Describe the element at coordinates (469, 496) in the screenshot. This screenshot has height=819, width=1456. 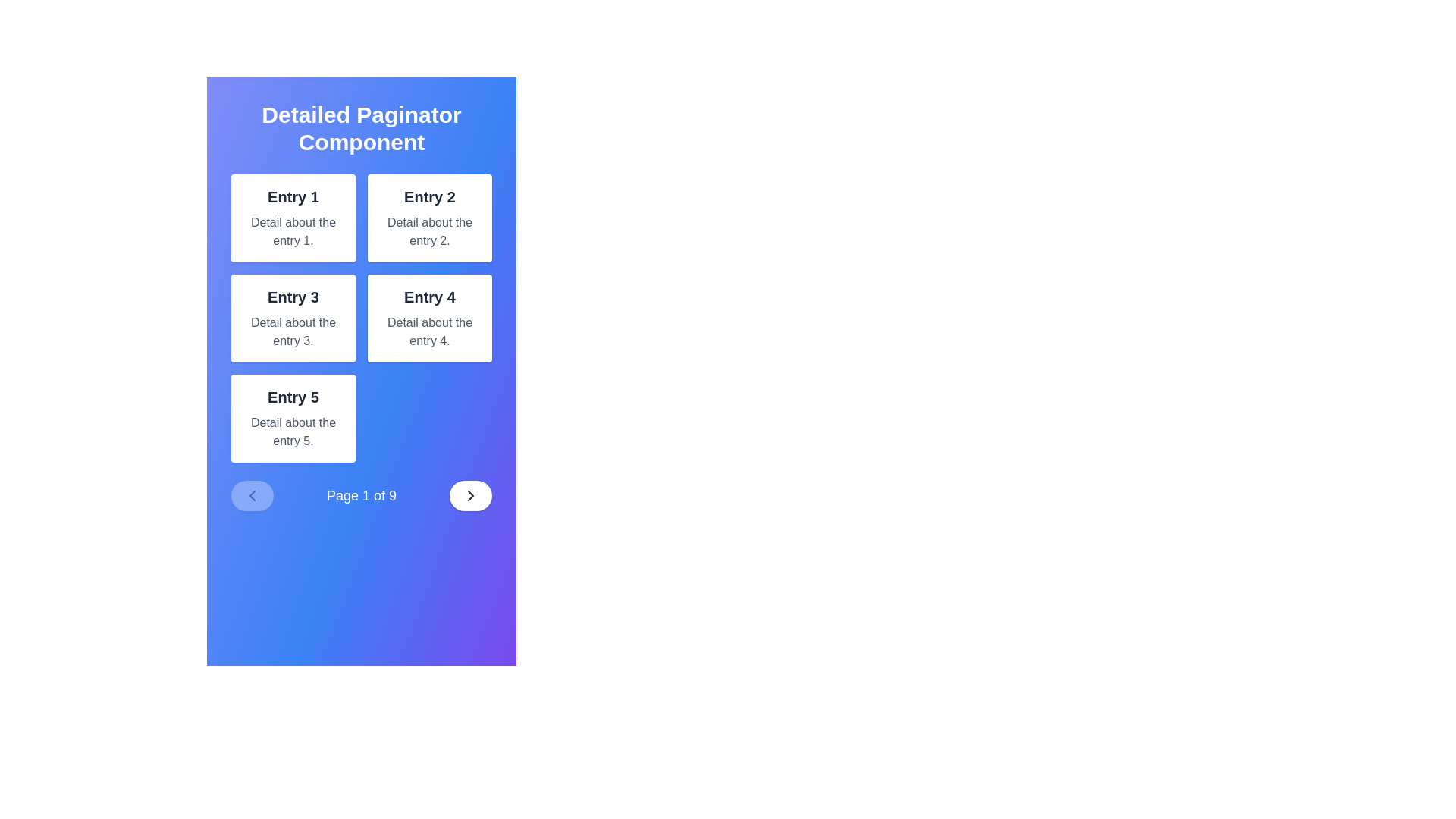
I see `the navigation icon located` at that location.